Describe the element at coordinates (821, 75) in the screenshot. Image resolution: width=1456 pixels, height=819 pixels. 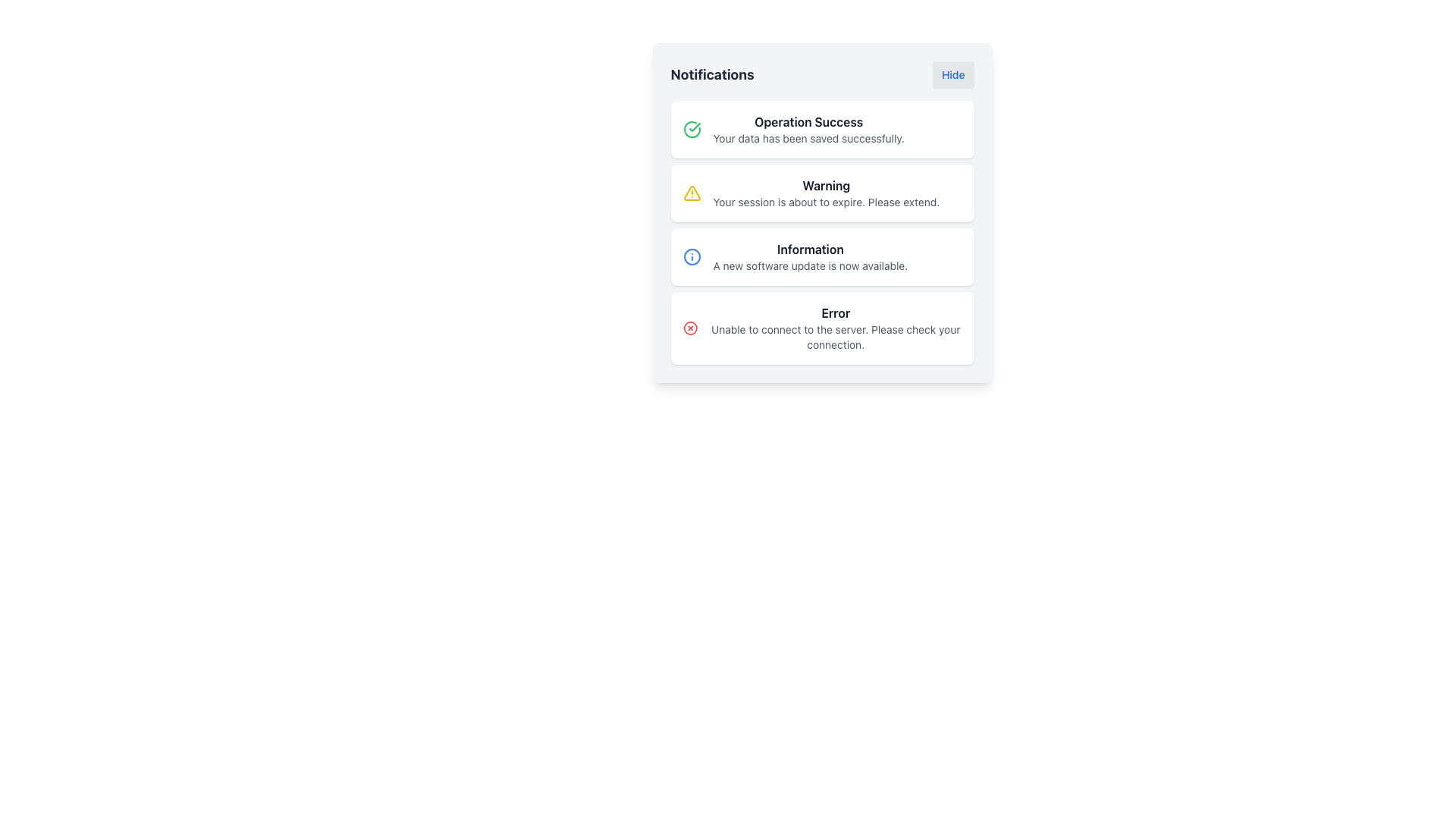
I see `the 'Hide' button, which is styled with a blue font and a light gray background` at that location.